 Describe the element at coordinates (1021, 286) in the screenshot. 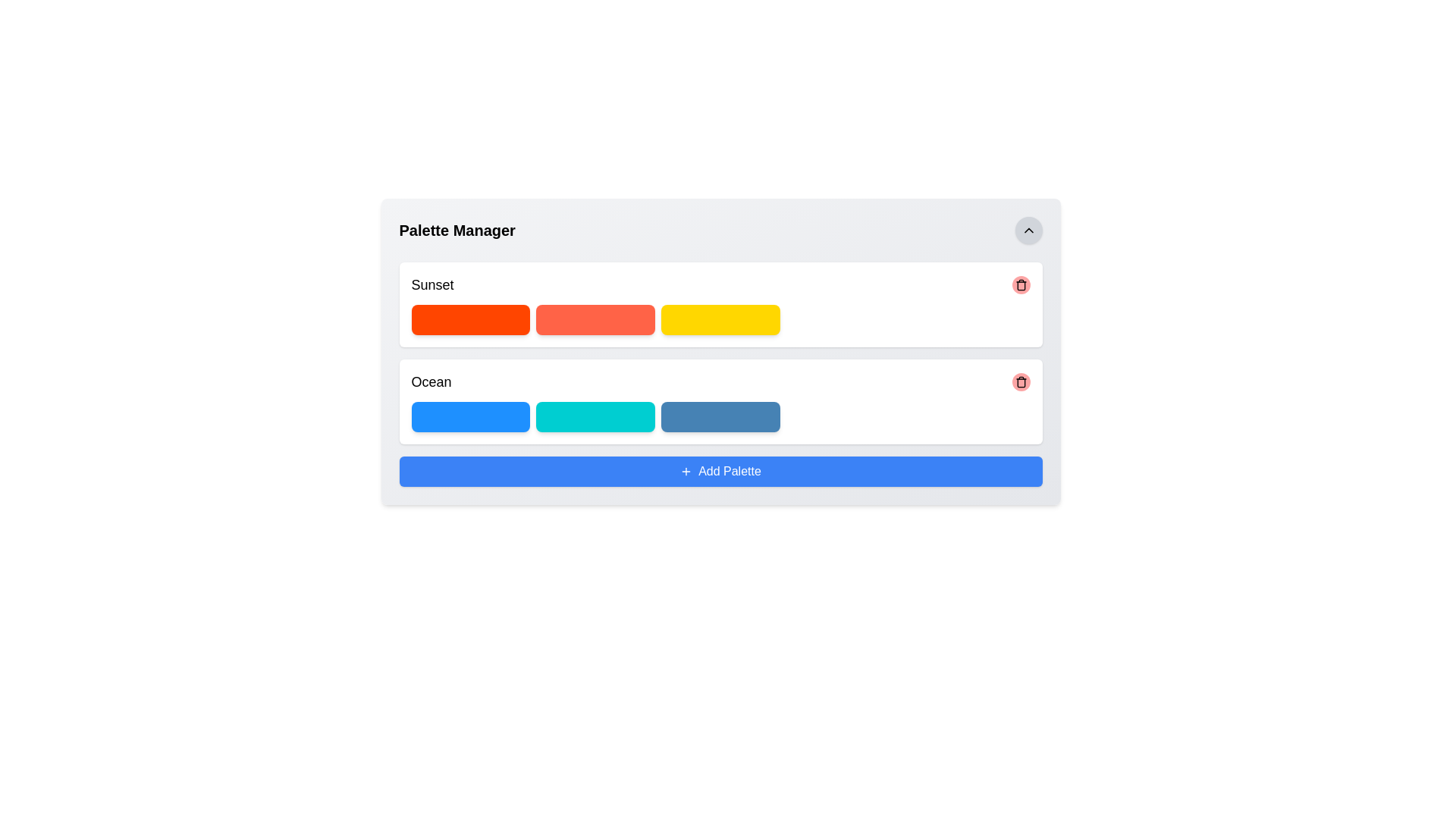

I see `trash can icon element, which is a minimalist vector design located in the bottom-right corner of the interface, for development purposes` at that location.